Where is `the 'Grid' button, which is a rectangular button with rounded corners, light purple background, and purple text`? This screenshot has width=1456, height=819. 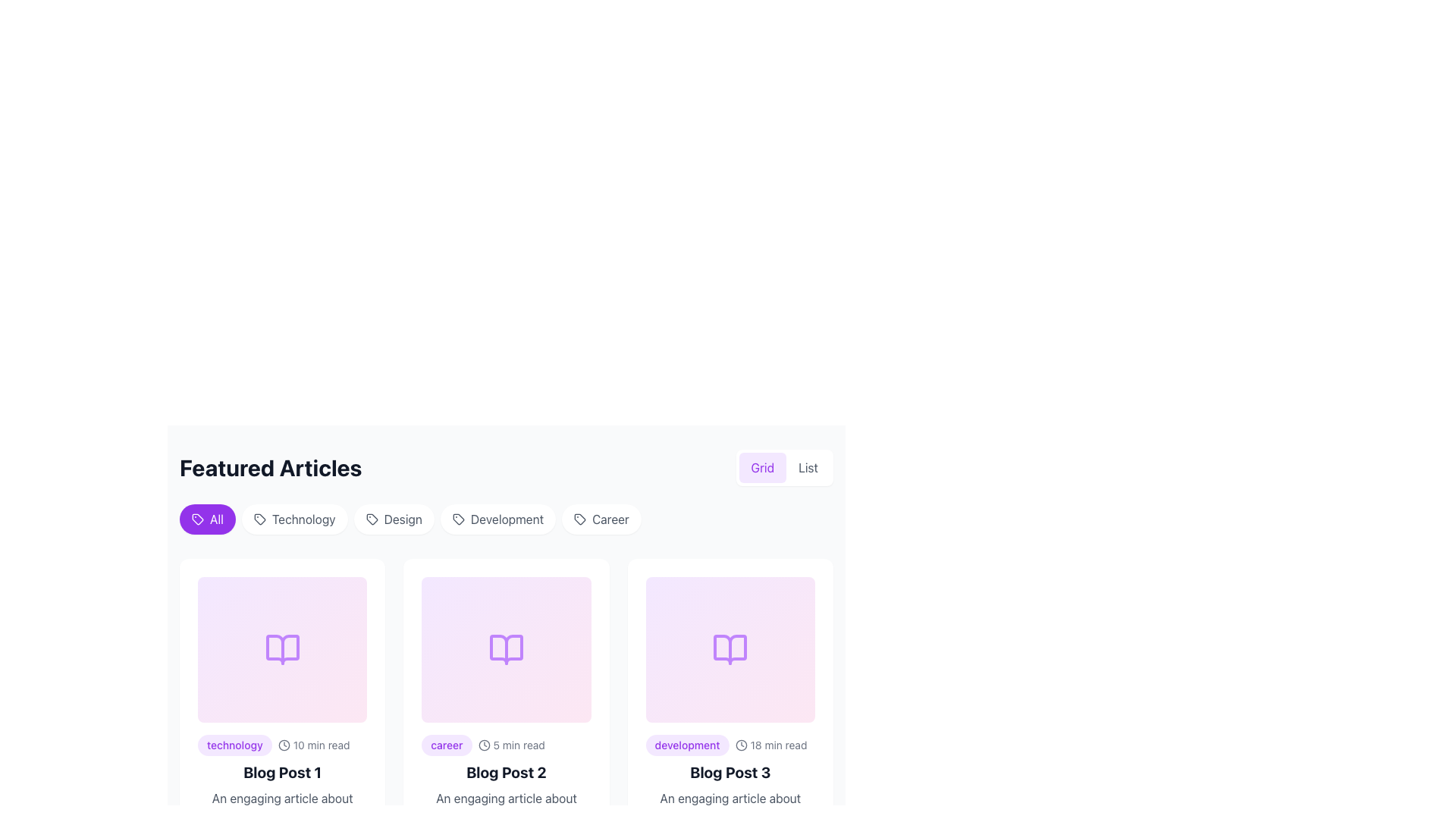
the 'Grid' button, which is a rectangular button with rounded corners, light purple background, and purple text is located at coordinates (762, 467).